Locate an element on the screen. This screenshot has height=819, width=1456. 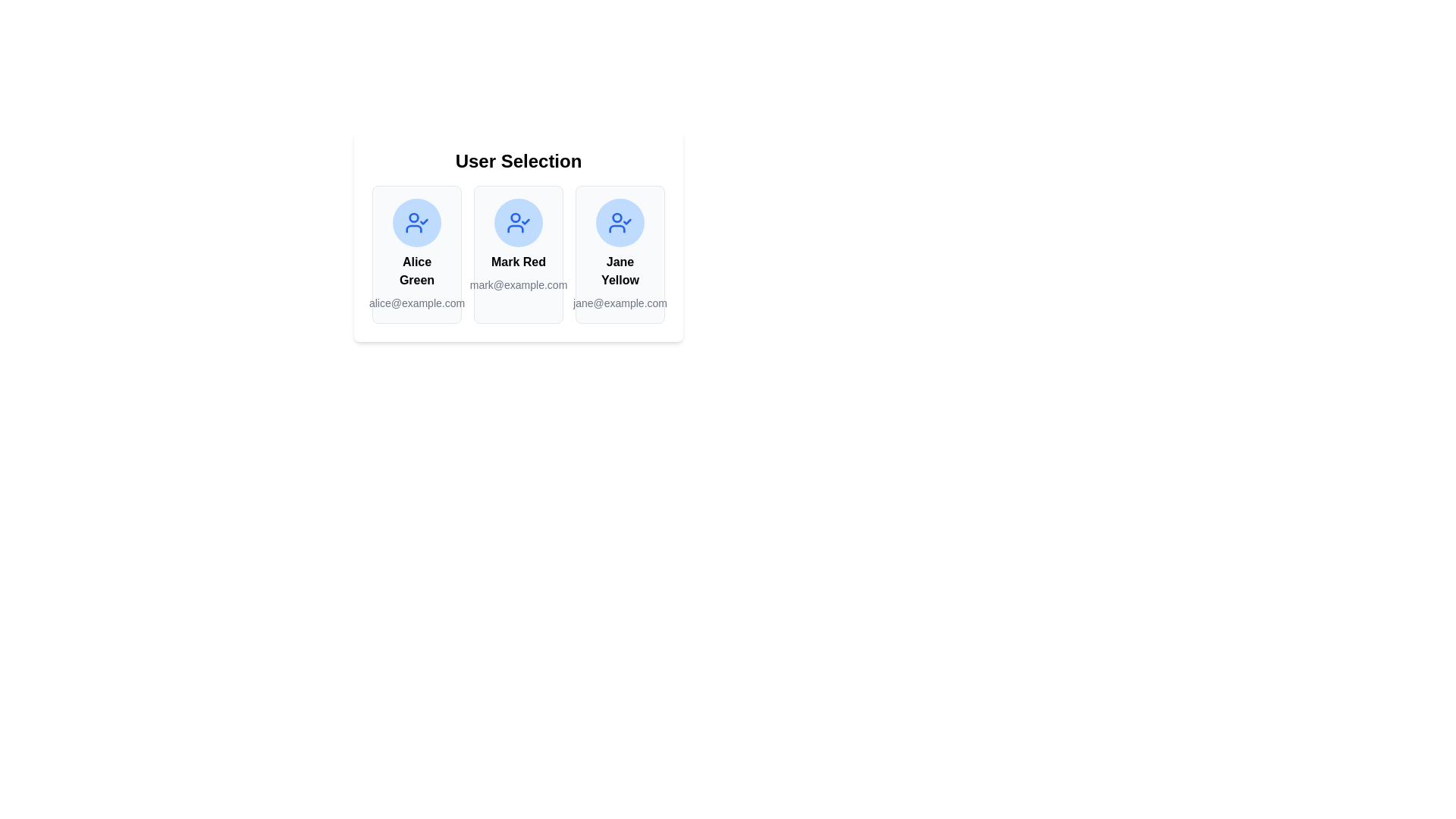
the blue user outline icon with a checkmark inside the circular button on the 'Jane Yellow' user card, which is the third card in the horizontal list of user cards is located at coordinates (620, 222).